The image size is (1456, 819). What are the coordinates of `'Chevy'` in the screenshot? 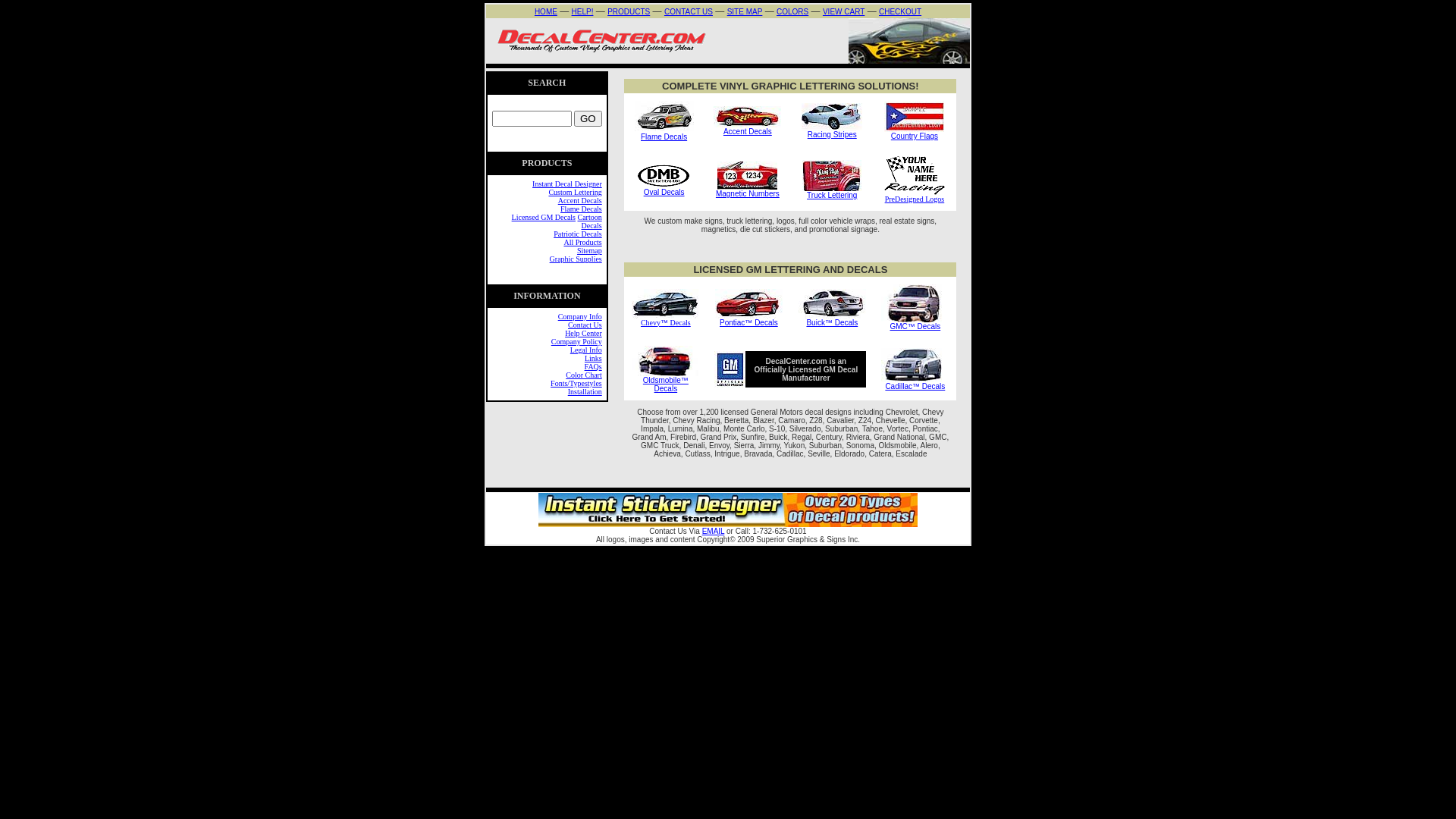 It's located at (640, 322).